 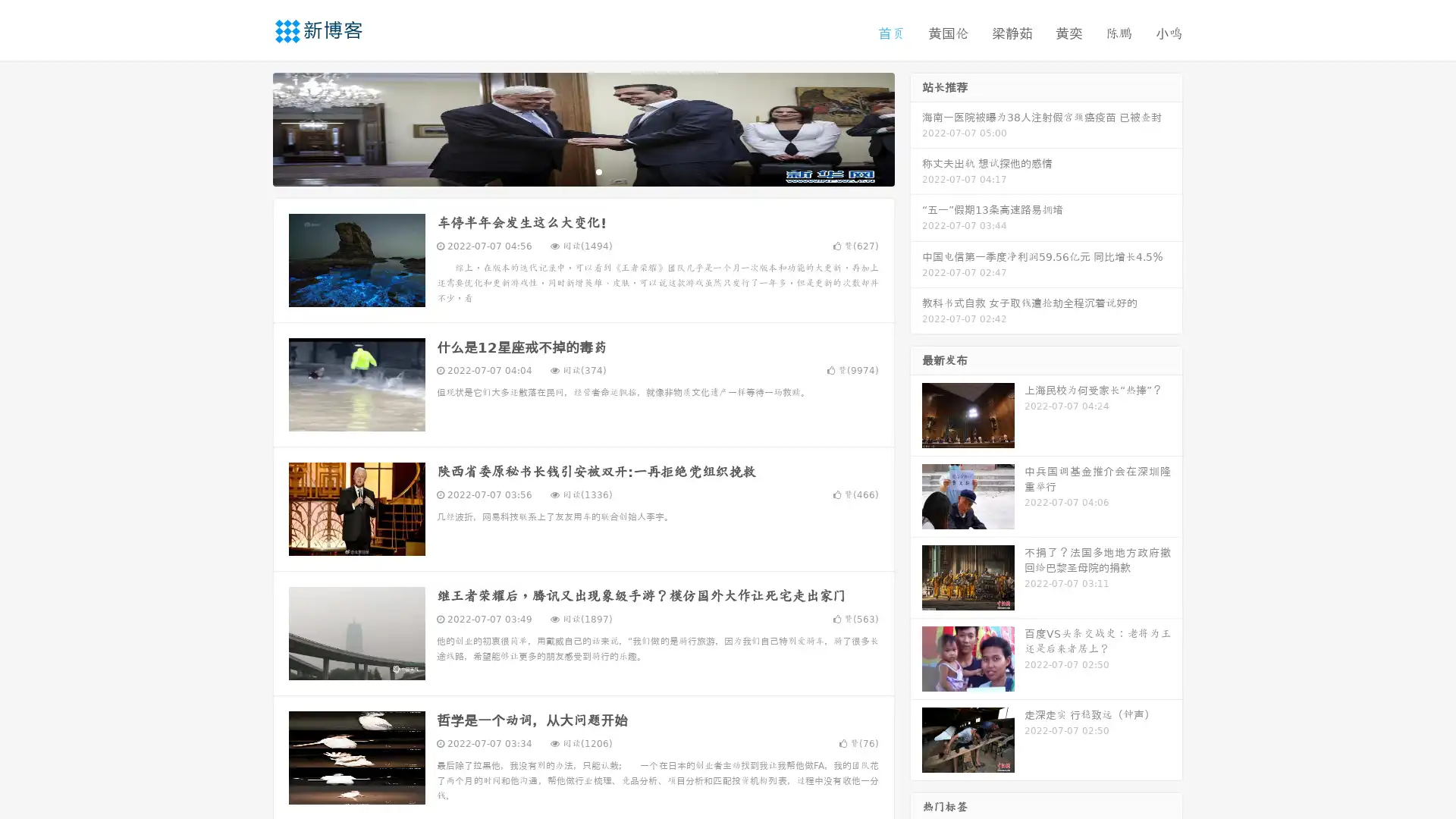 What do you see at coordinates (567, 171) in the screenshot?
I see `Go to slide 1` at bounding box center [567, 171].